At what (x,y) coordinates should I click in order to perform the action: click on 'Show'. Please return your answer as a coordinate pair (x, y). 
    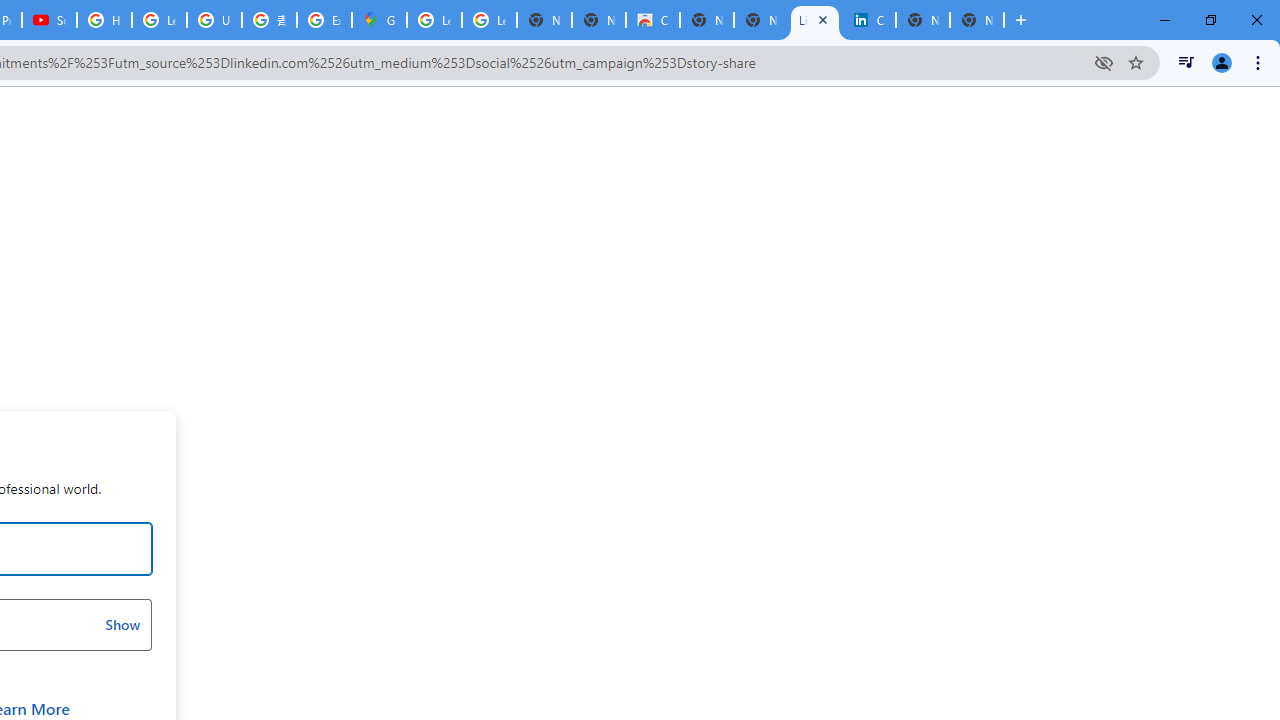
    Looking at the image, I should click on (121, 623).